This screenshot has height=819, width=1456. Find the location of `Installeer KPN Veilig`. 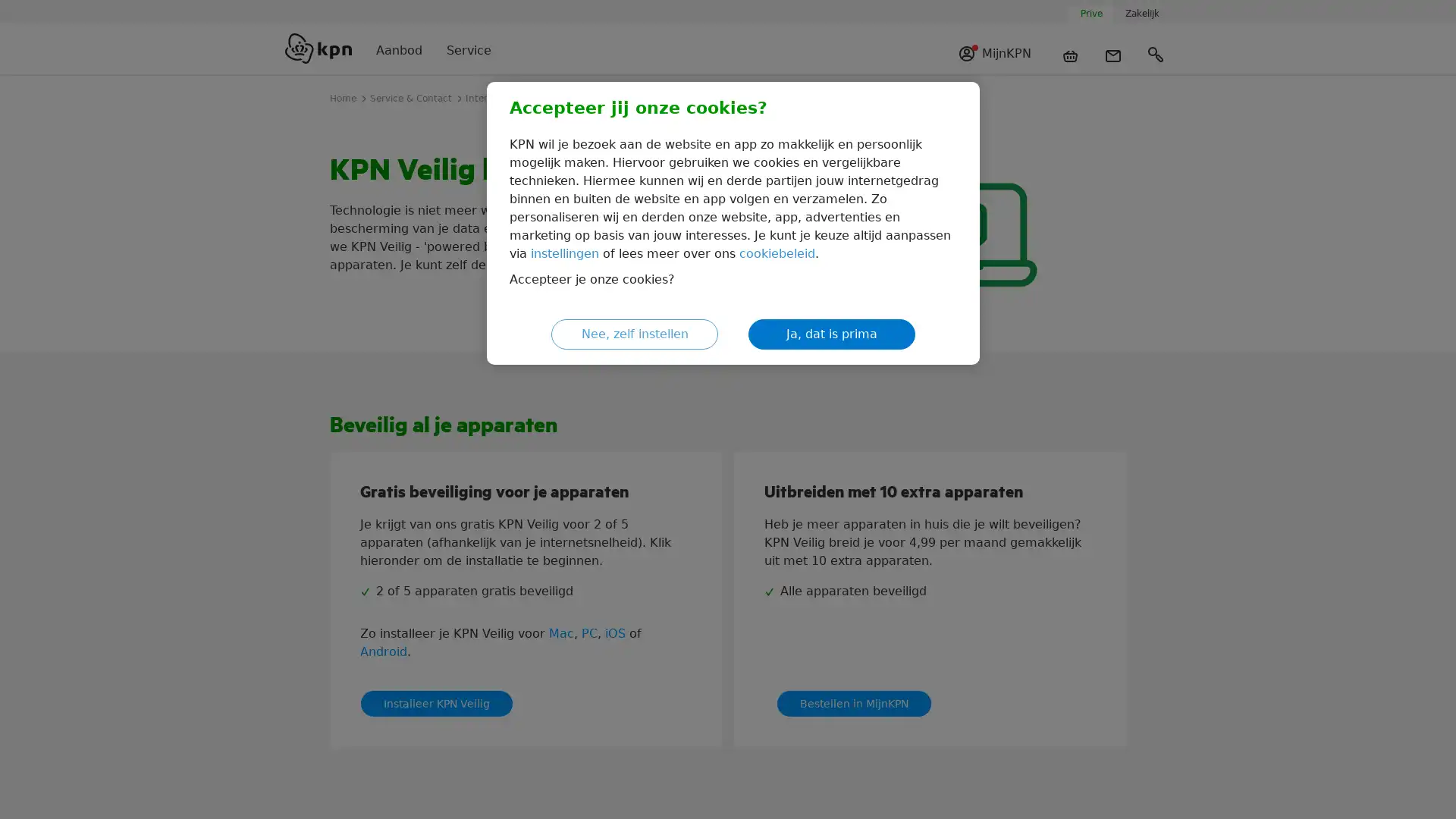

Installeer KPN Veilig is located at coordinates (435, 704).